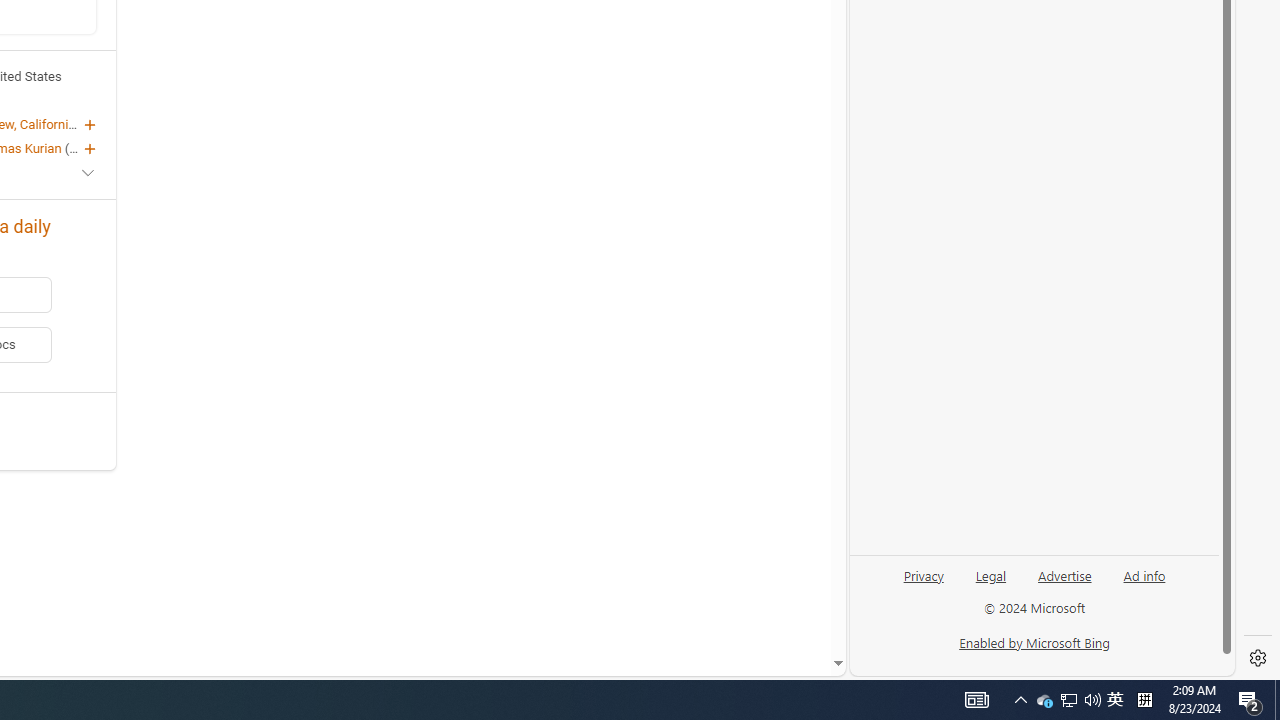 Image resolution: width=1280 pixels, height=720 pixels. What do you see at coordinates (922, 574) in the screenshot?
I see `'Privacy'` at bounding box center [922, 574].